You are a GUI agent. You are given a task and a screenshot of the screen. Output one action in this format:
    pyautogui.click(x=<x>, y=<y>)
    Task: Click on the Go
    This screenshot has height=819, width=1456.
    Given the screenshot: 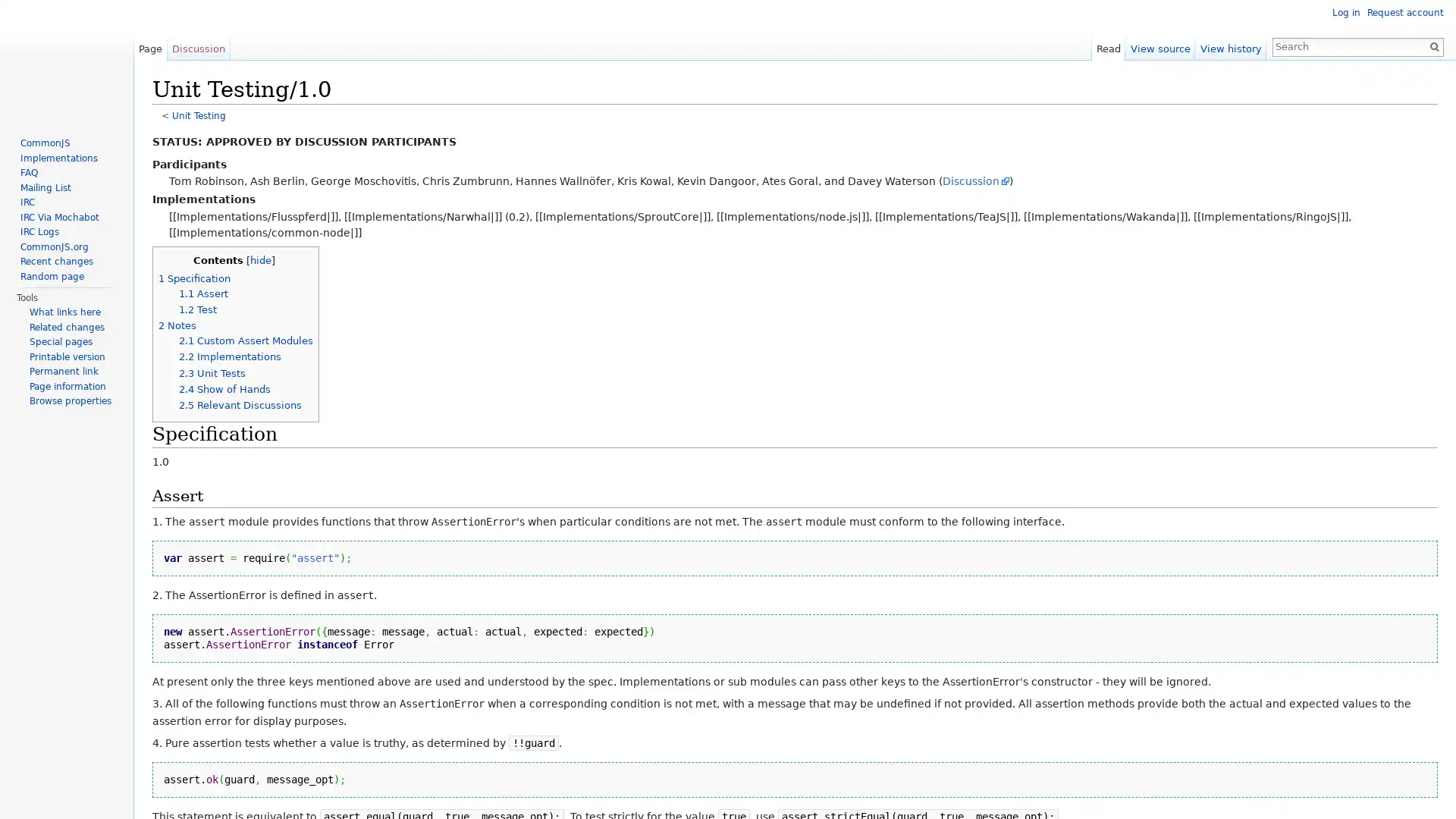 What is the action you would take?
    pyautogui.click(x=1433, y=45)
    